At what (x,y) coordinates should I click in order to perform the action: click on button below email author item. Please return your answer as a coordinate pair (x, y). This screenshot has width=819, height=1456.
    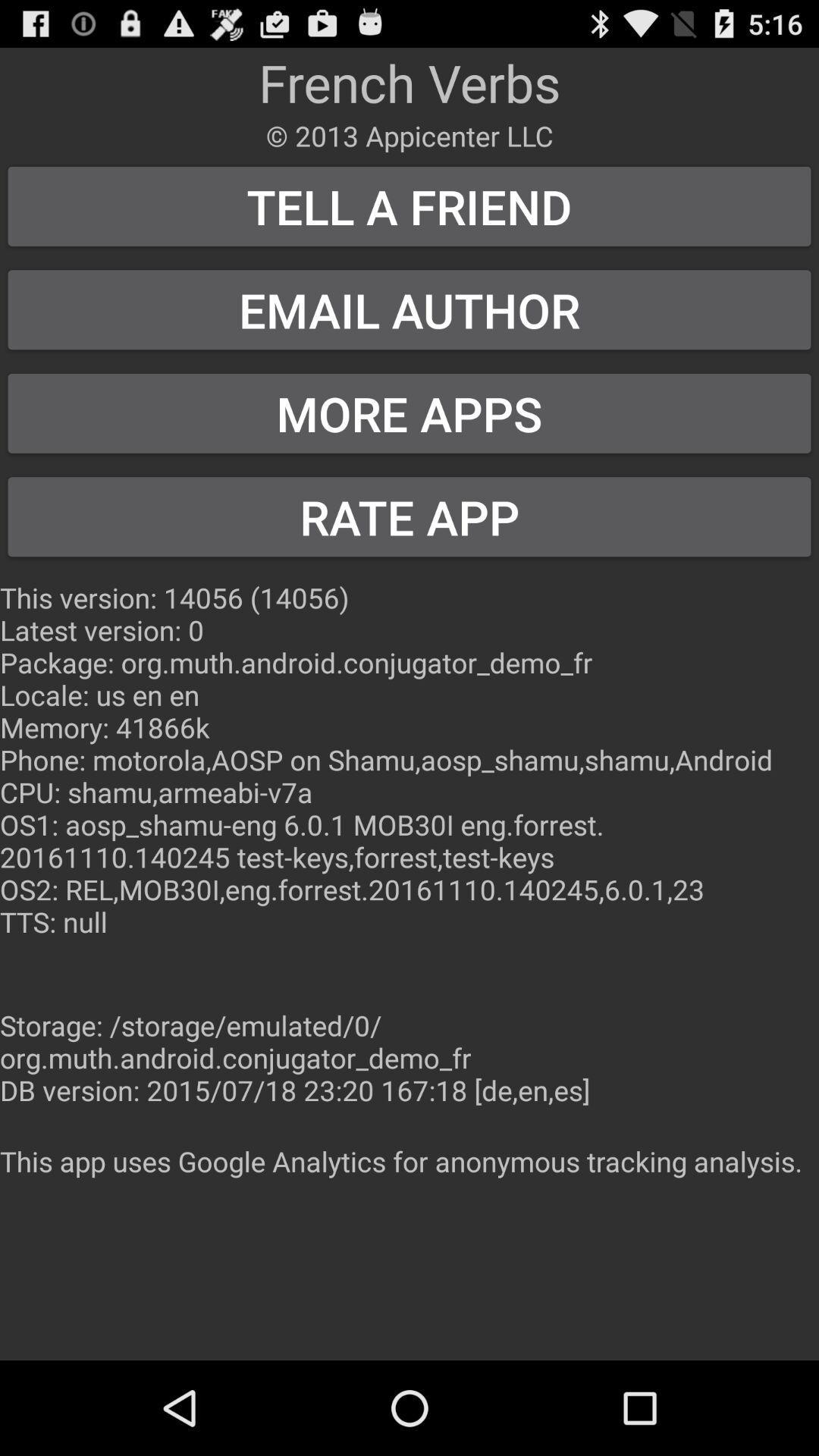
    Looking at the image, I should click on (409, 413).